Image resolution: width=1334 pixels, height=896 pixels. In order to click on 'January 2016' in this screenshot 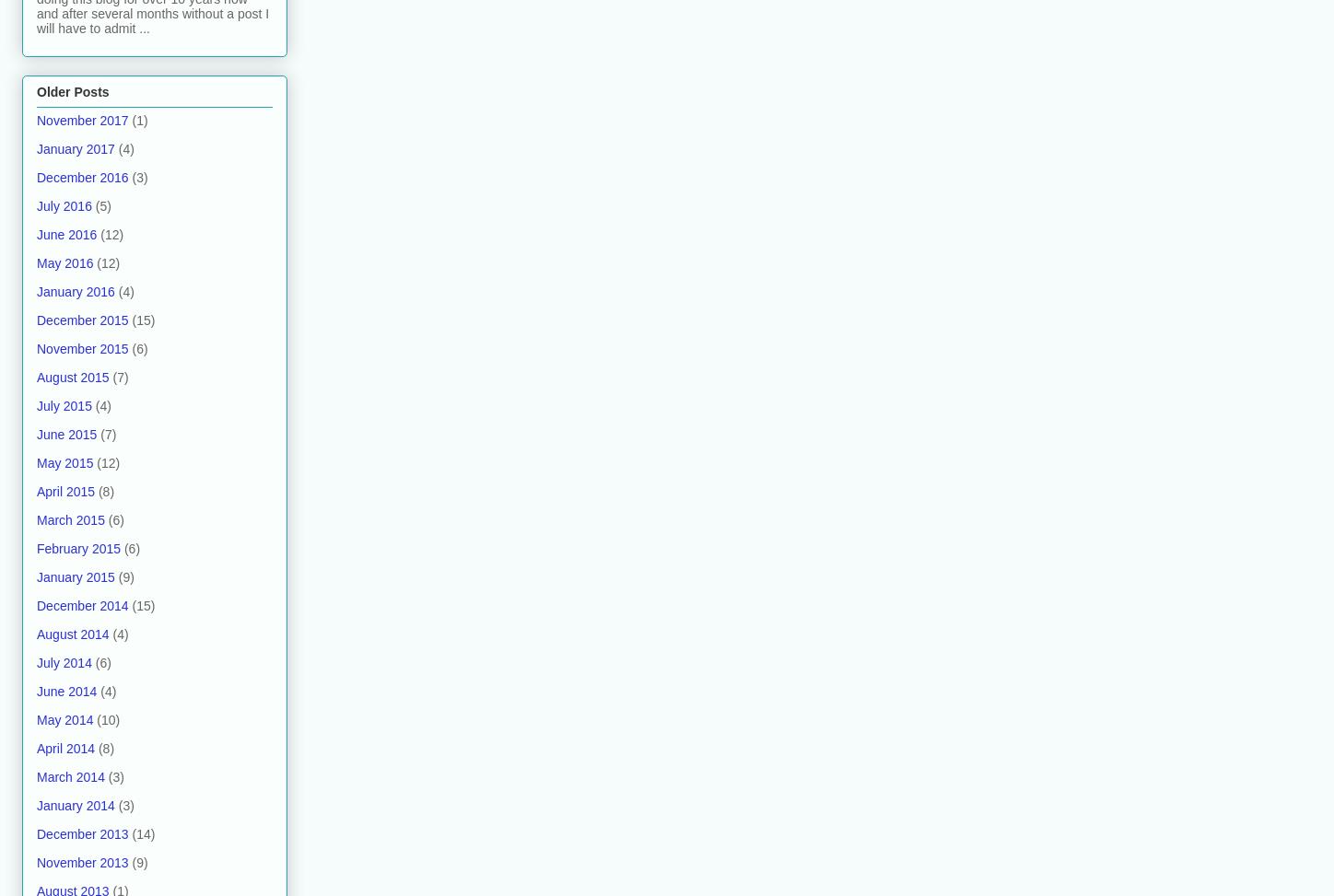, I will do `click(75, 291)`.